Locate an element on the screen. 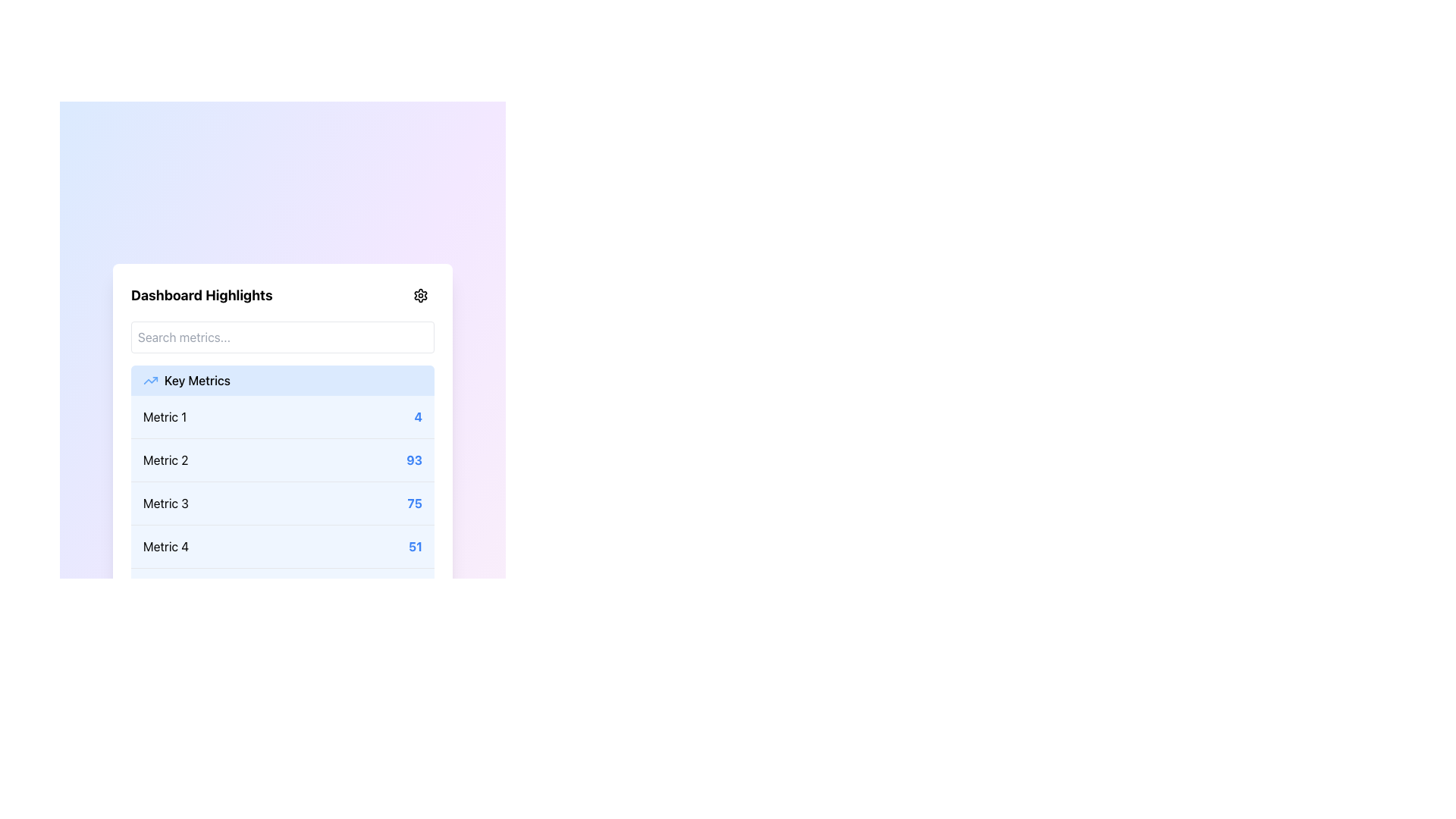  the fourth list item displaying a metric's name and value, located between 'Metric 3' with value '75' and 'Metric 5' with value '94.' is located at coordinates (283, 546).